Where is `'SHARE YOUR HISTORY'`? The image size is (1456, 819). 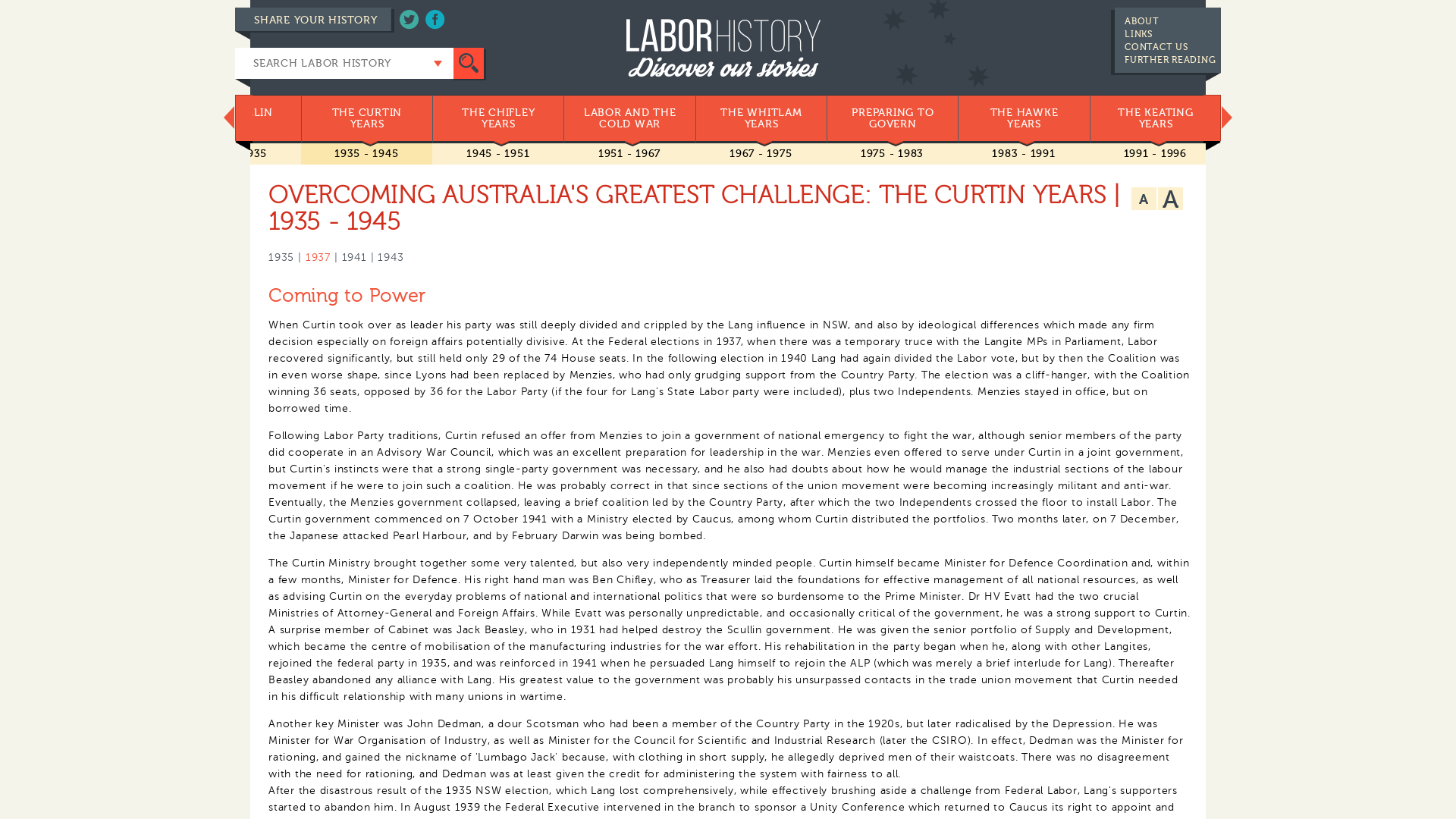 'SHARE YOUR HISTORY' is located at coordinates (234, 19).